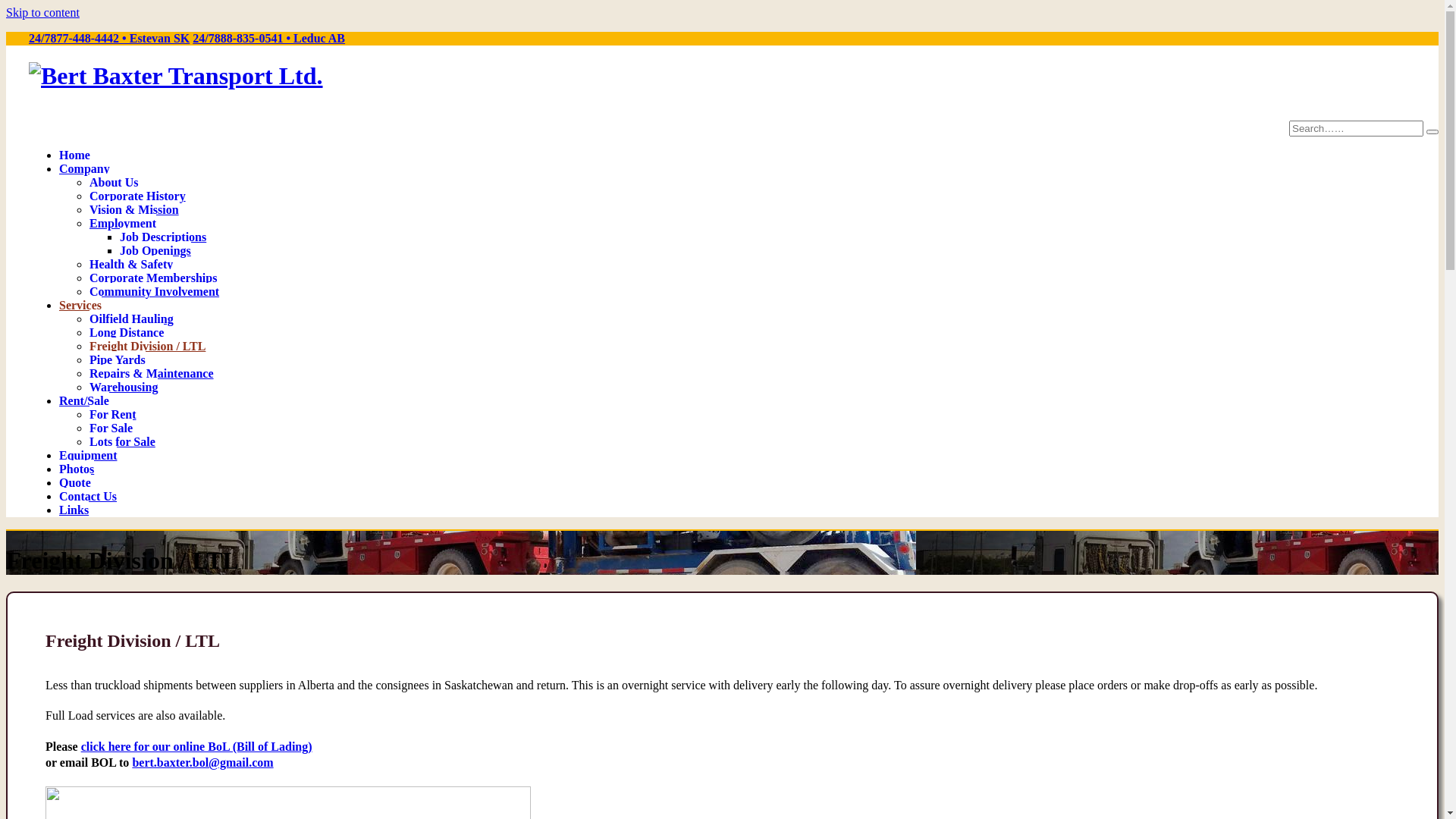  I want to click on 'Corporate Memberships', so click(152, 277).